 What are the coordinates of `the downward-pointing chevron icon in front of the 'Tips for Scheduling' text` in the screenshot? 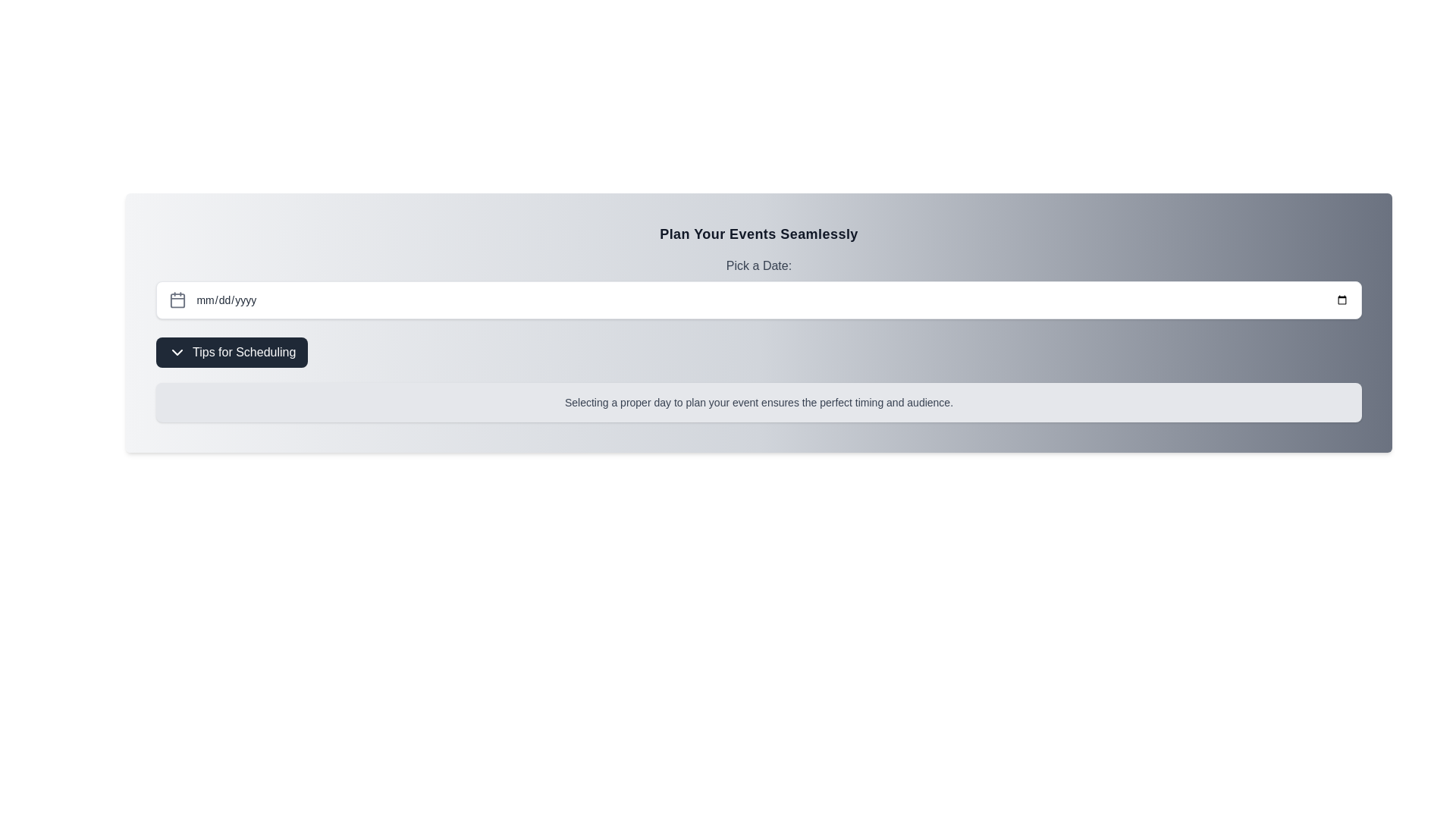 It's located at (177, 353).